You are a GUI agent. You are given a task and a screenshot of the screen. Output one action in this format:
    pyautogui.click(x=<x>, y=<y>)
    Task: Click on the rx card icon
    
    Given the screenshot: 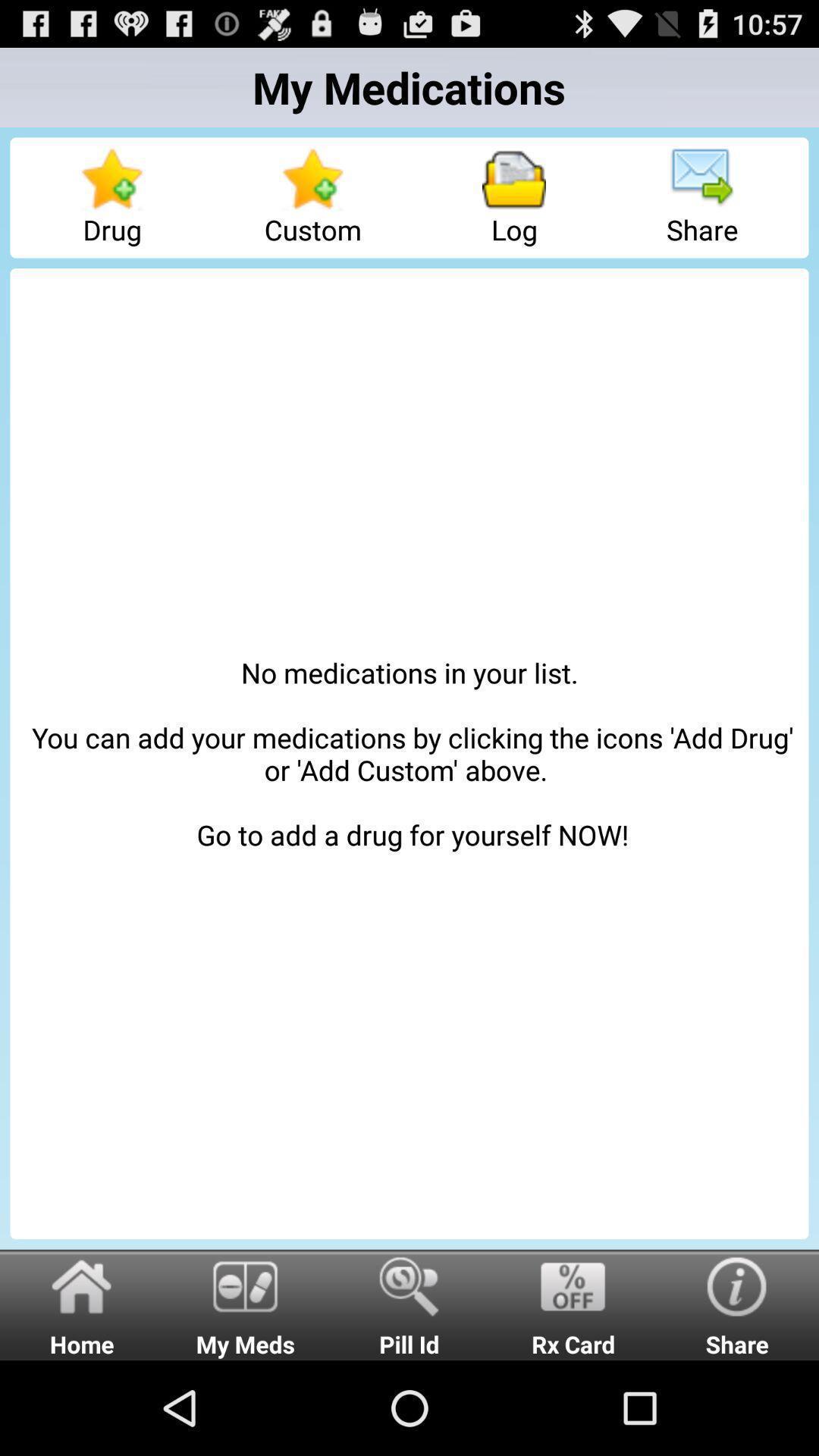 What is the action you would take?
    pyautogui.click(x=573, y=1304)
    